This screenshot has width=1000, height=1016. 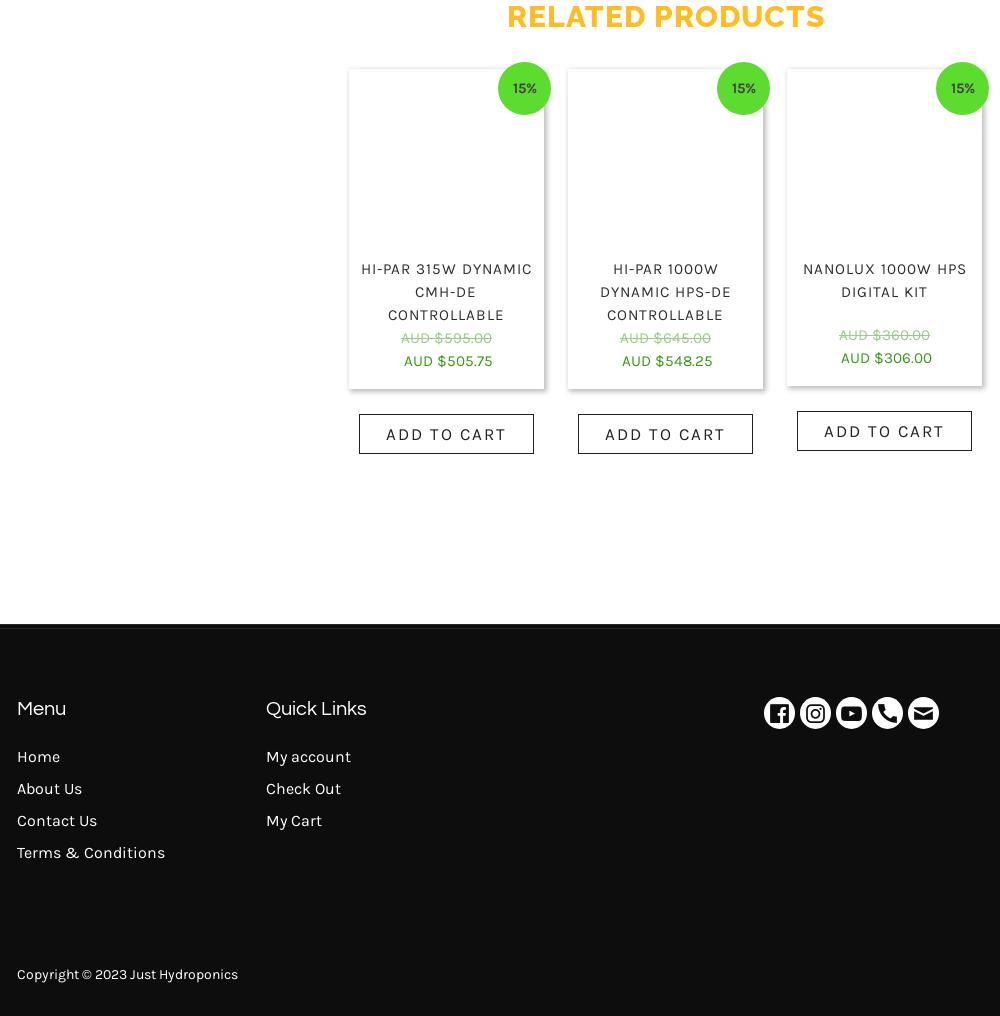 I want to click on 'Quick Links', so click(x=266, y=708).